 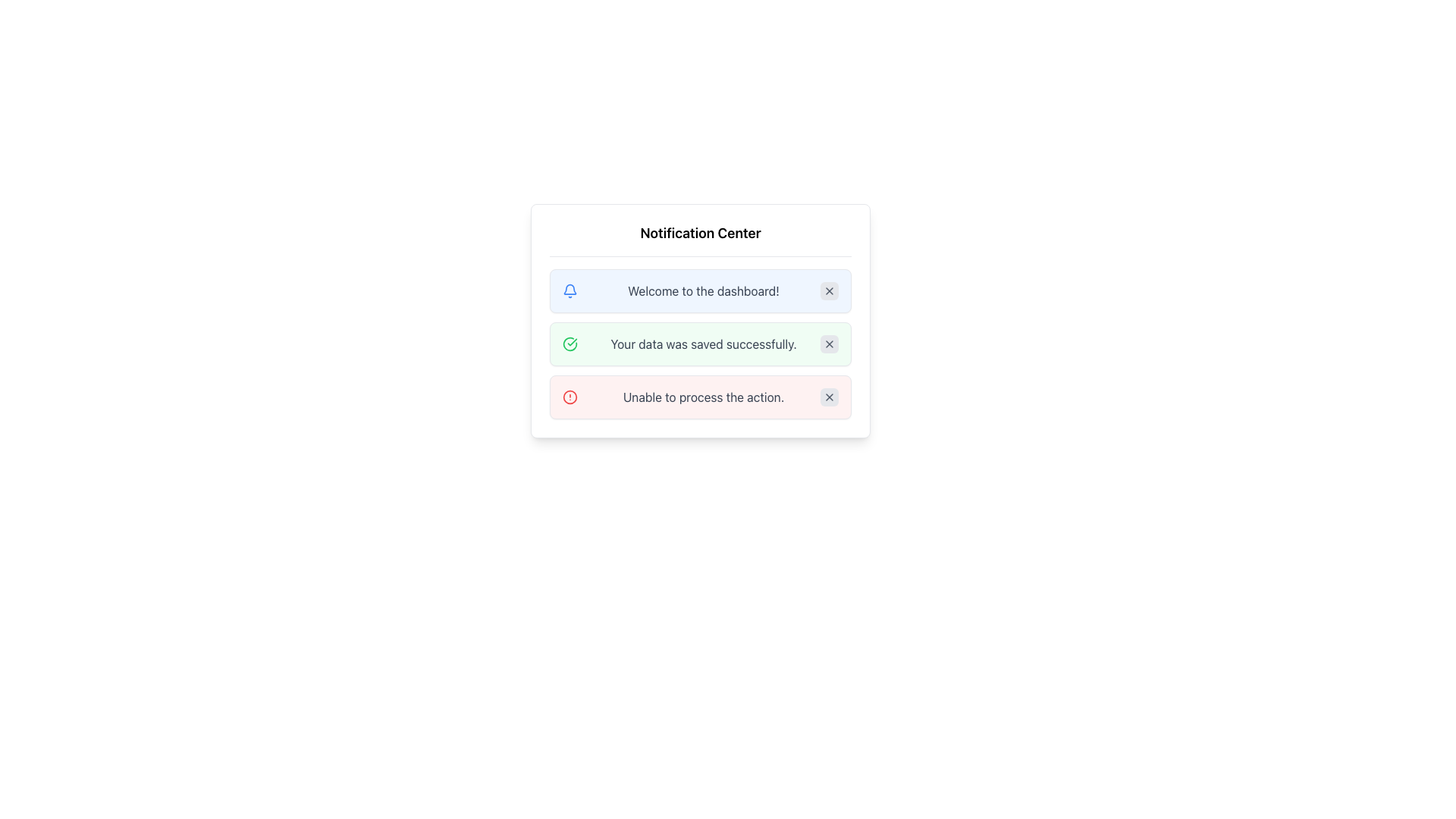 What do you see at coordinates (700, 344) in the screenshot?
I see `message displayed in the informational notification with a light green background that says 'Your data was saved successfully.'` at bounding box center [700, 344].